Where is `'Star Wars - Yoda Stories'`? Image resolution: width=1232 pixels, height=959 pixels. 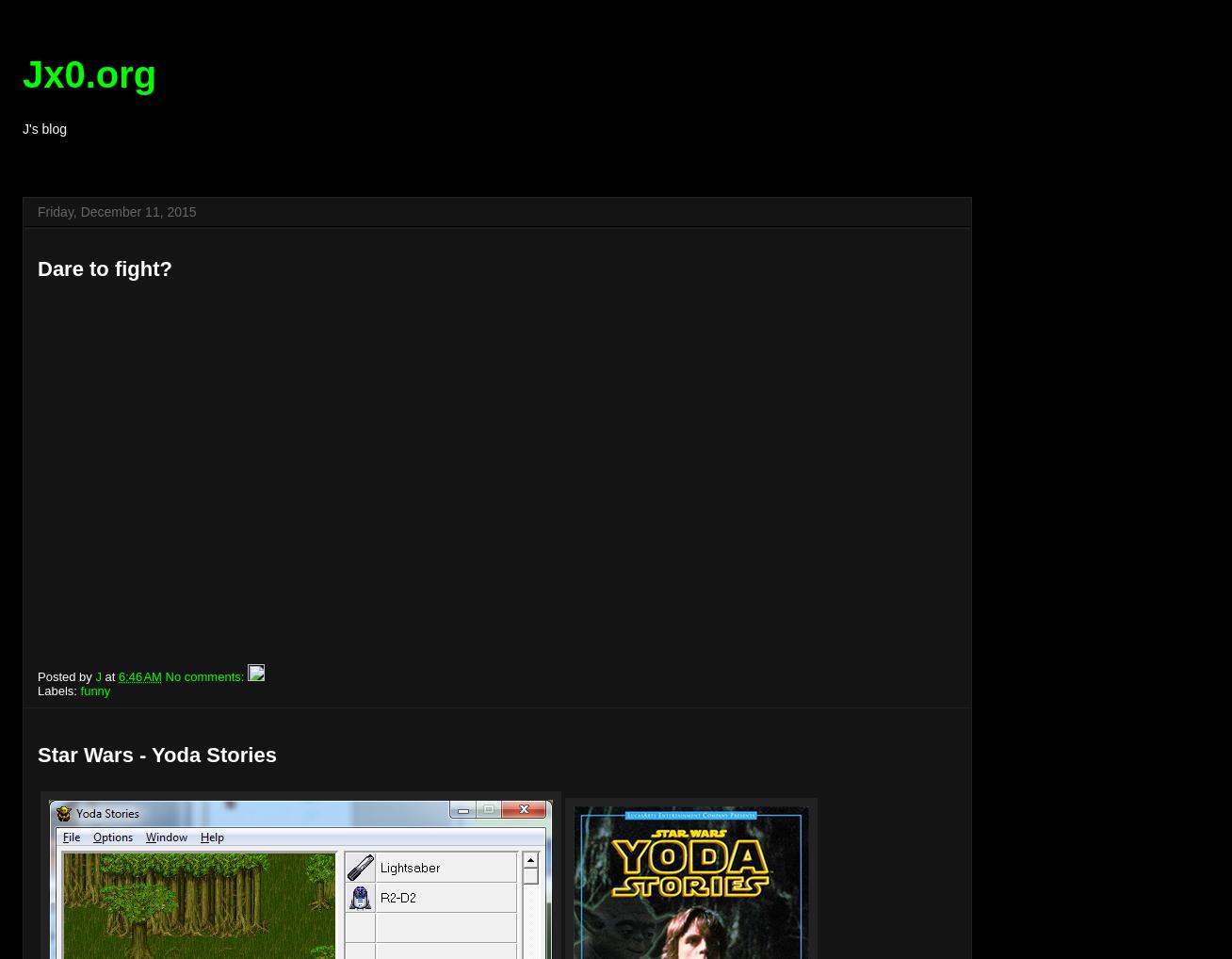 'Star Wars - Yoda Stories' is located at coordinates (156, 755).